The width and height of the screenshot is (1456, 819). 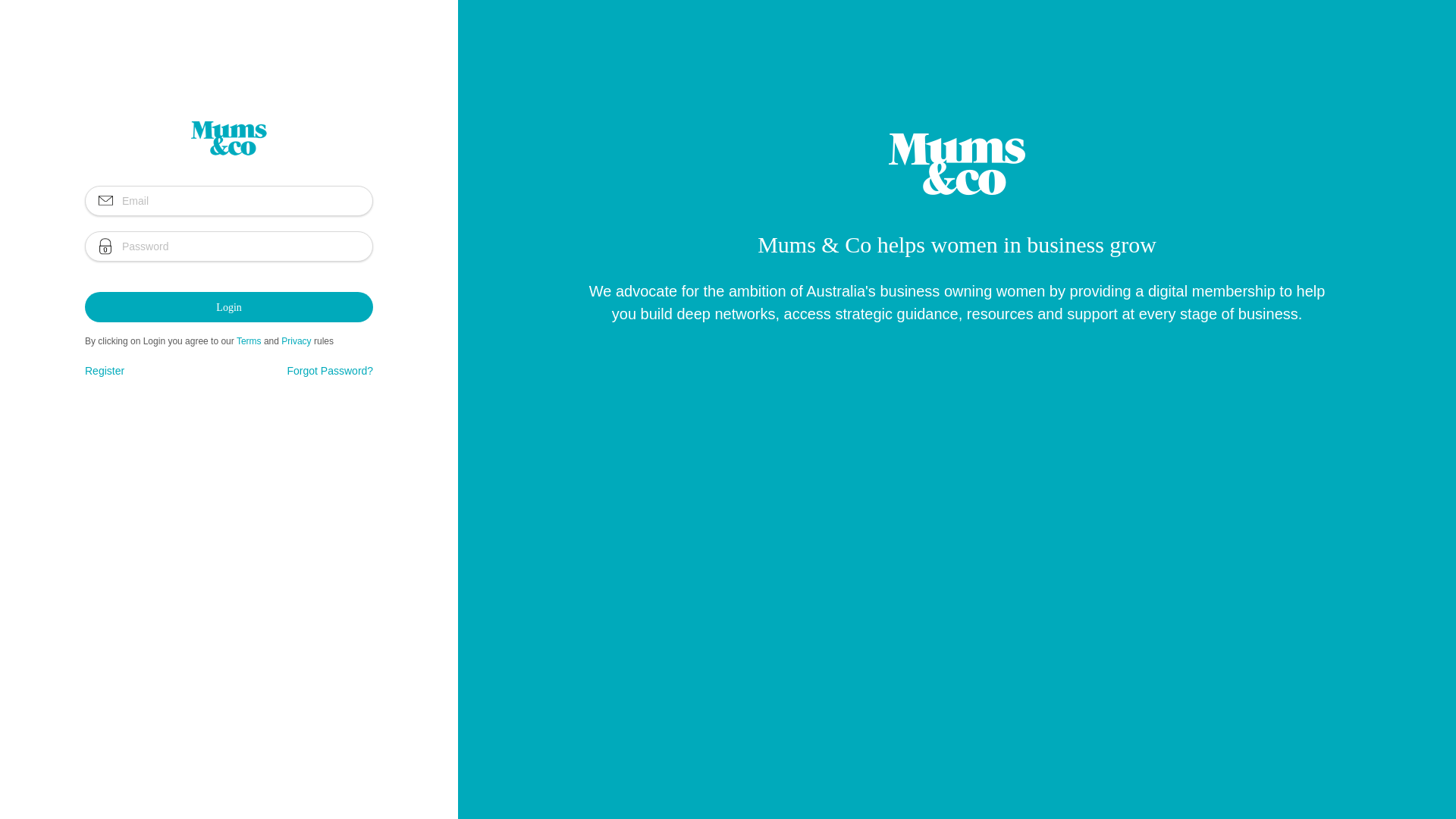 What do you see at coordinates (330, 371) in the screenshot?
I see `'Forgot Password?'` at bounding box center [330, 371].